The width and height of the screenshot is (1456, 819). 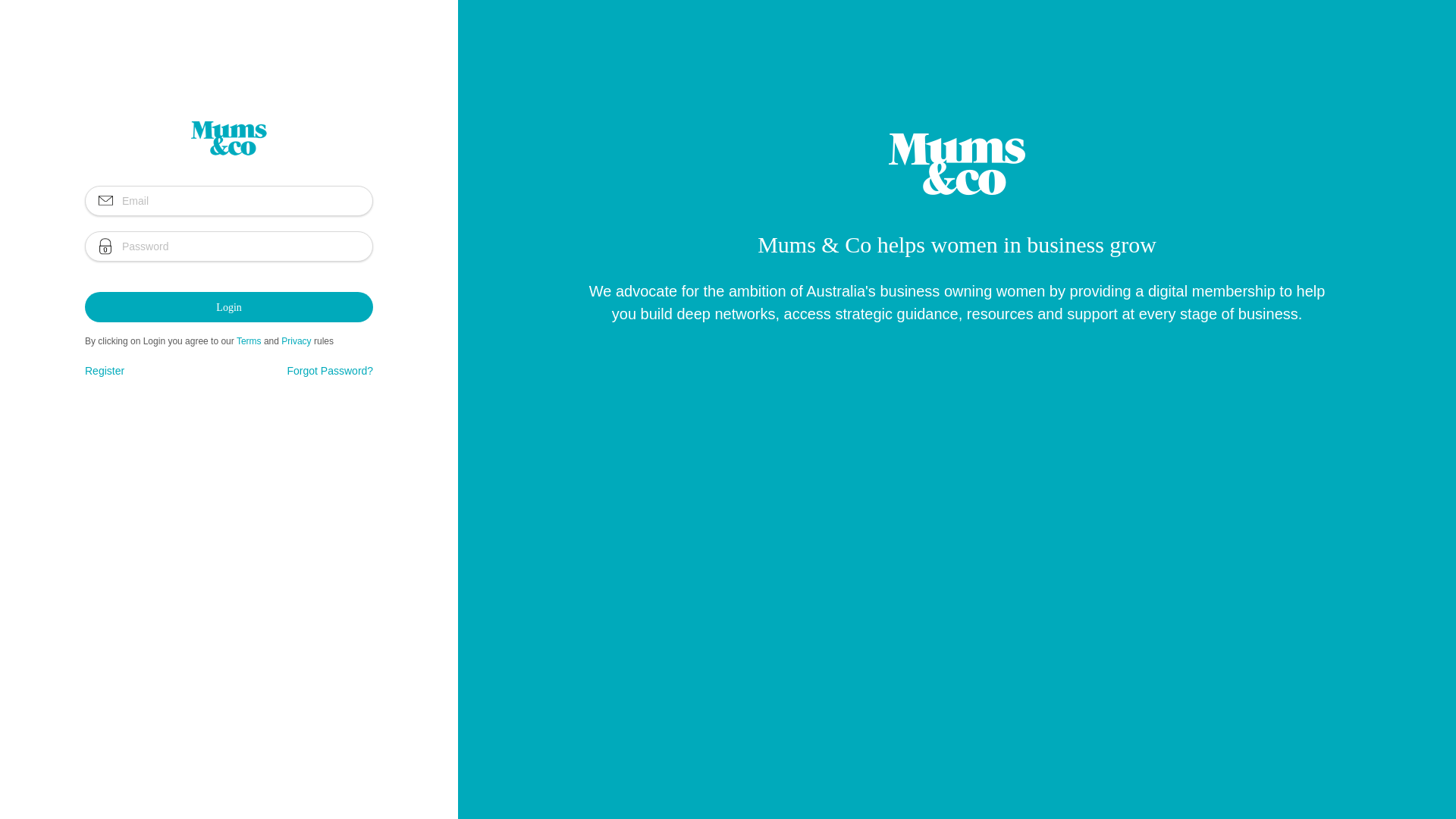 What do you see at coordinates (330, 371) in the screenshot?
I see `'Forgot Password?'` at bounding box center [330, 371].